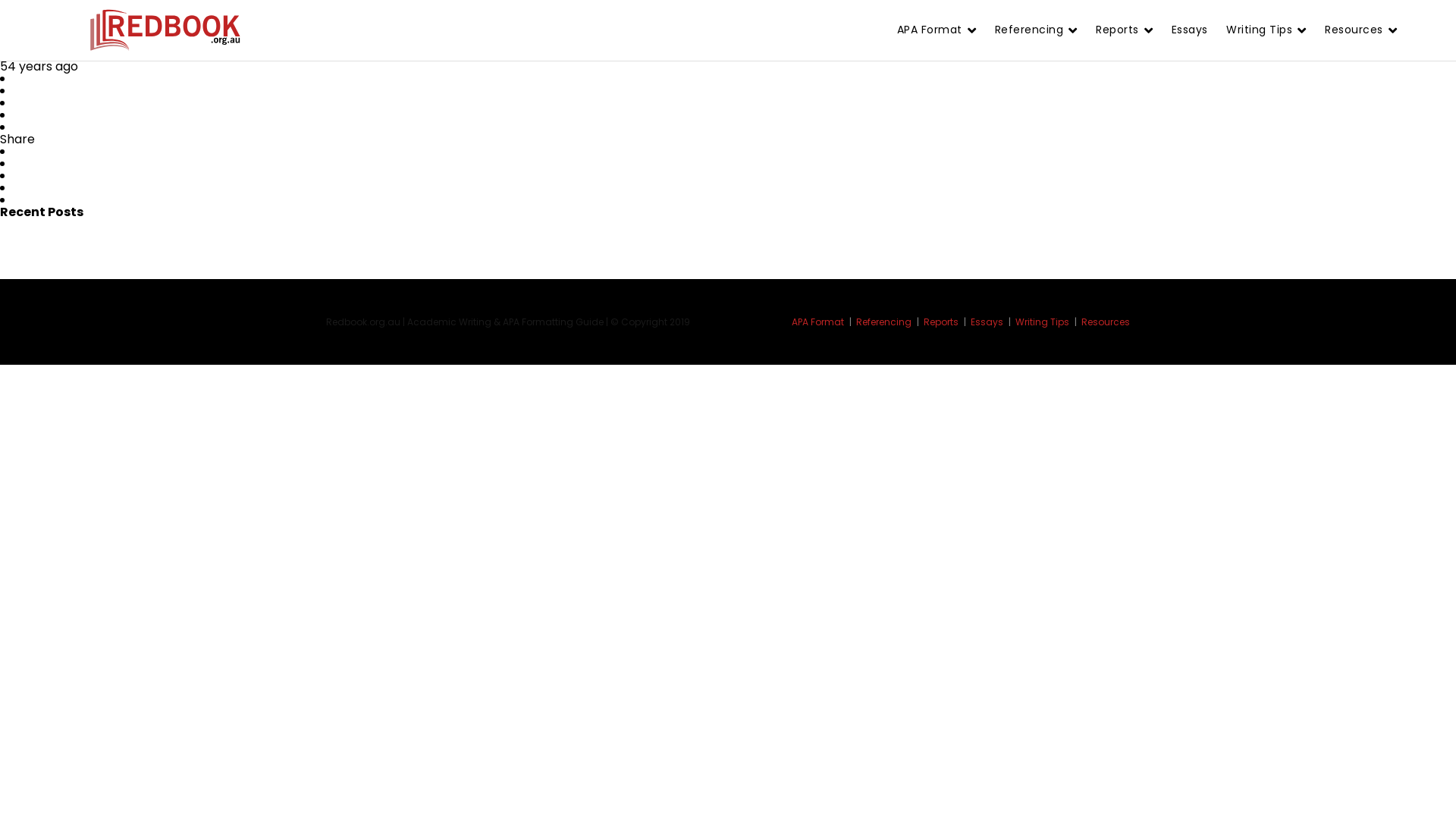 The height and width of the screenshot is (819, 1456). I want to click on 'Referencing', so click(855, 321).